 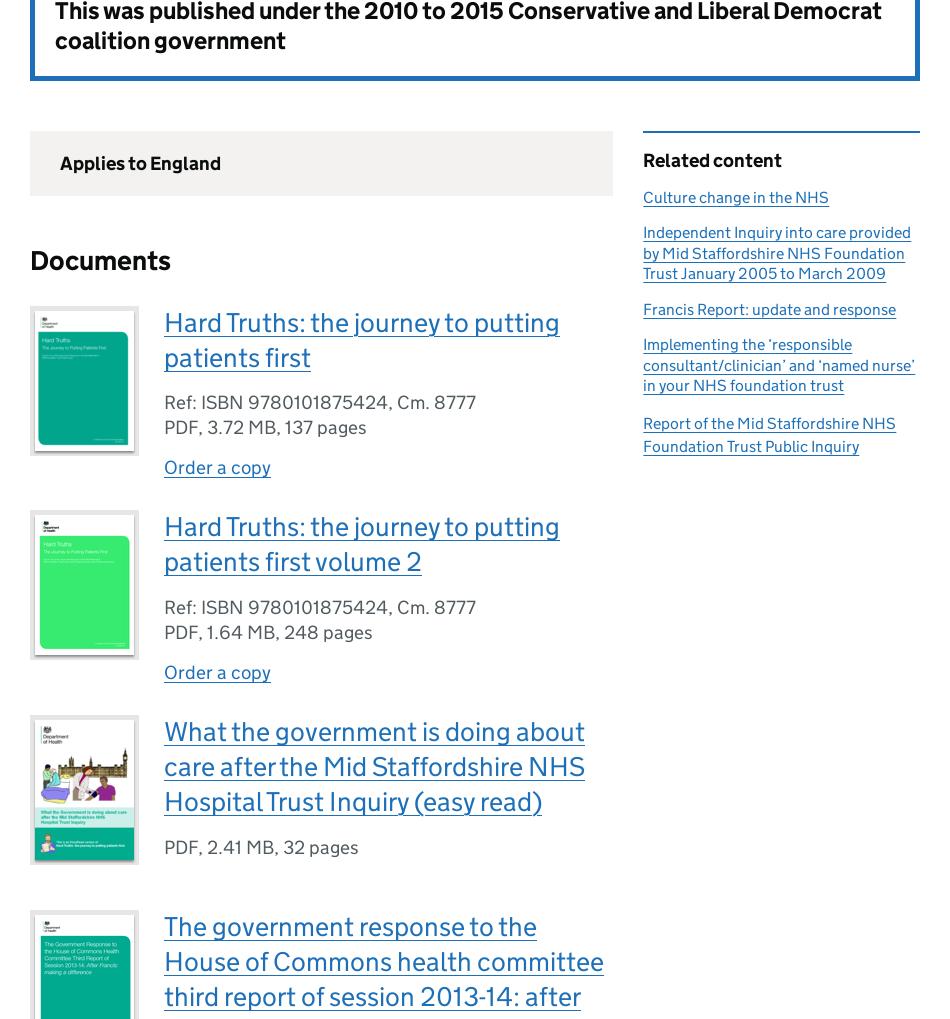 What do you see at coordinates (327, 632) in the screenshot?
I see `'248 pages'` at bounding box center [327, 632].